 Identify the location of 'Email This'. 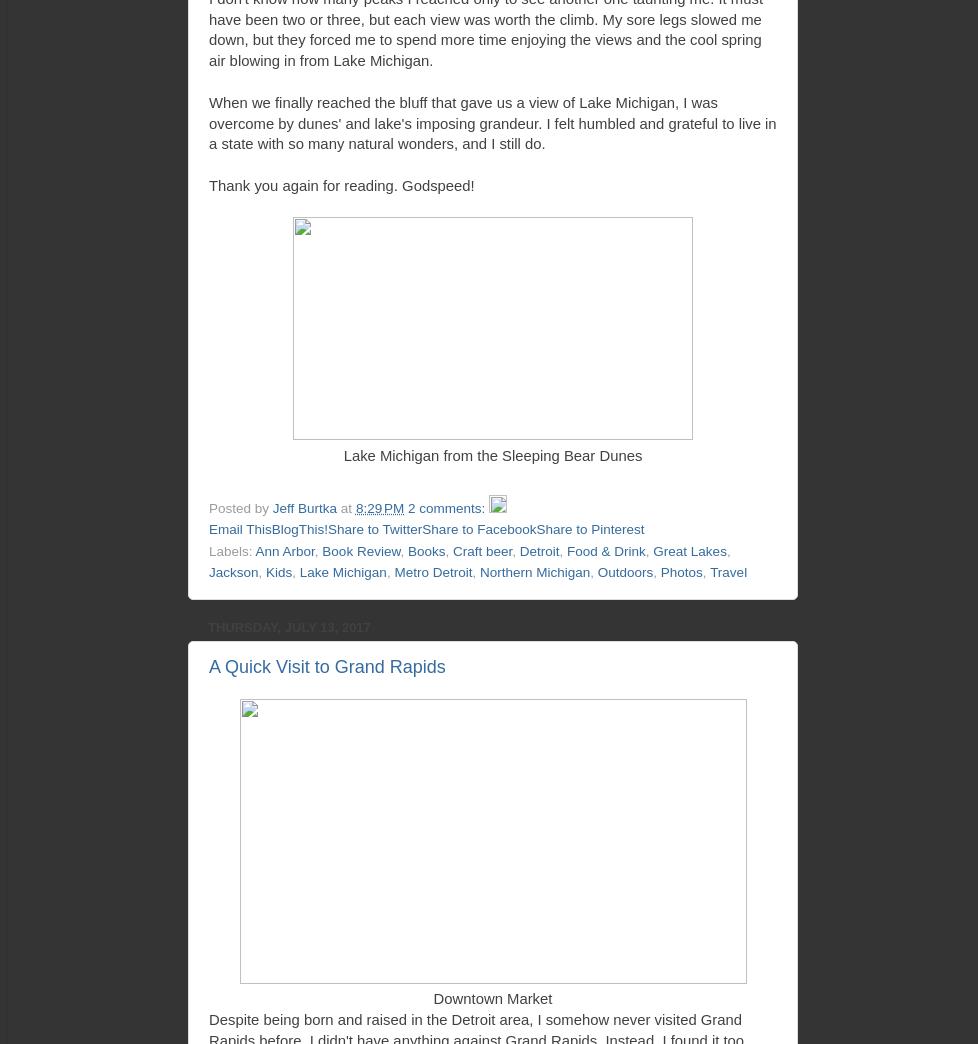
(240, 528).